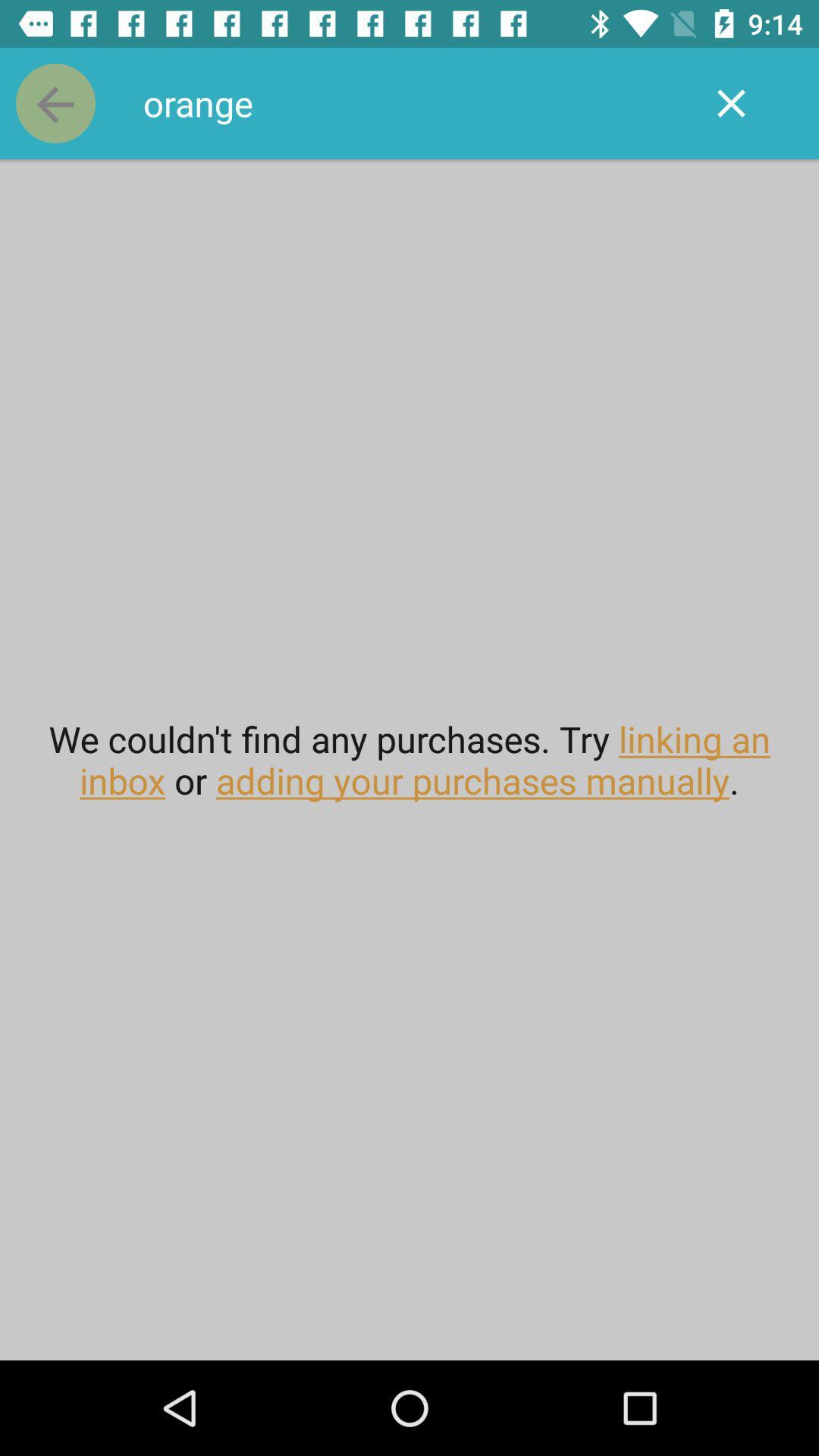 The image size is (819, 1456). Describe the element at coordinates (409, 760) in the screenshot. I see `we couldn t item` at that location.